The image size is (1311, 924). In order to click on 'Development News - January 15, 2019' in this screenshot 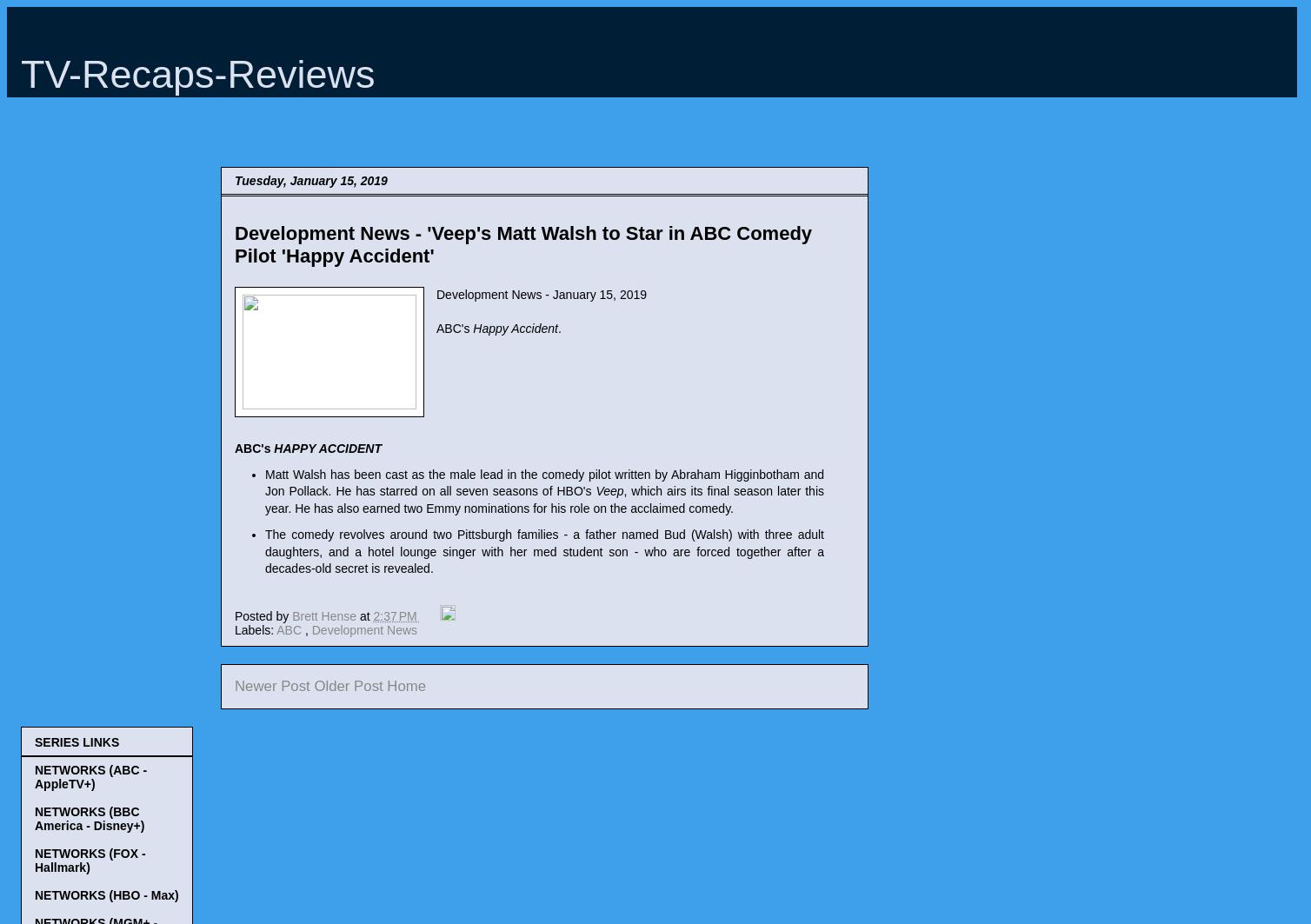, I will do `click(540, 294)`.